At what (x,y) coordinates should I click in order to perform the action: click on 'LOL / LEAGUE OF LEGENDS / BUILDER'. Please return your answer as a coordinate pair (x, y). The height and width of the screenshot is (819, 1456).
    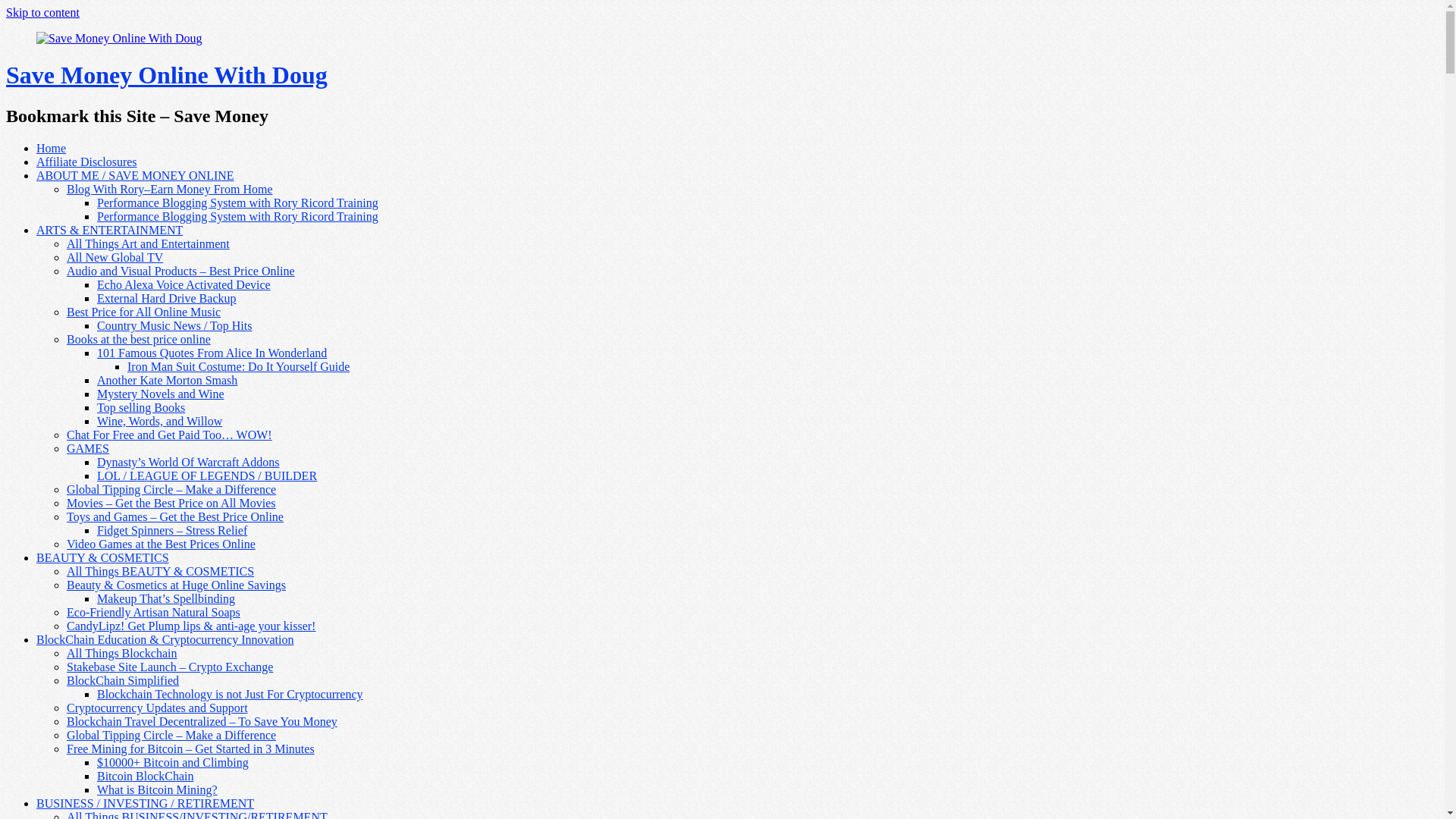
    Looking at the image, I should click on (206, 475).